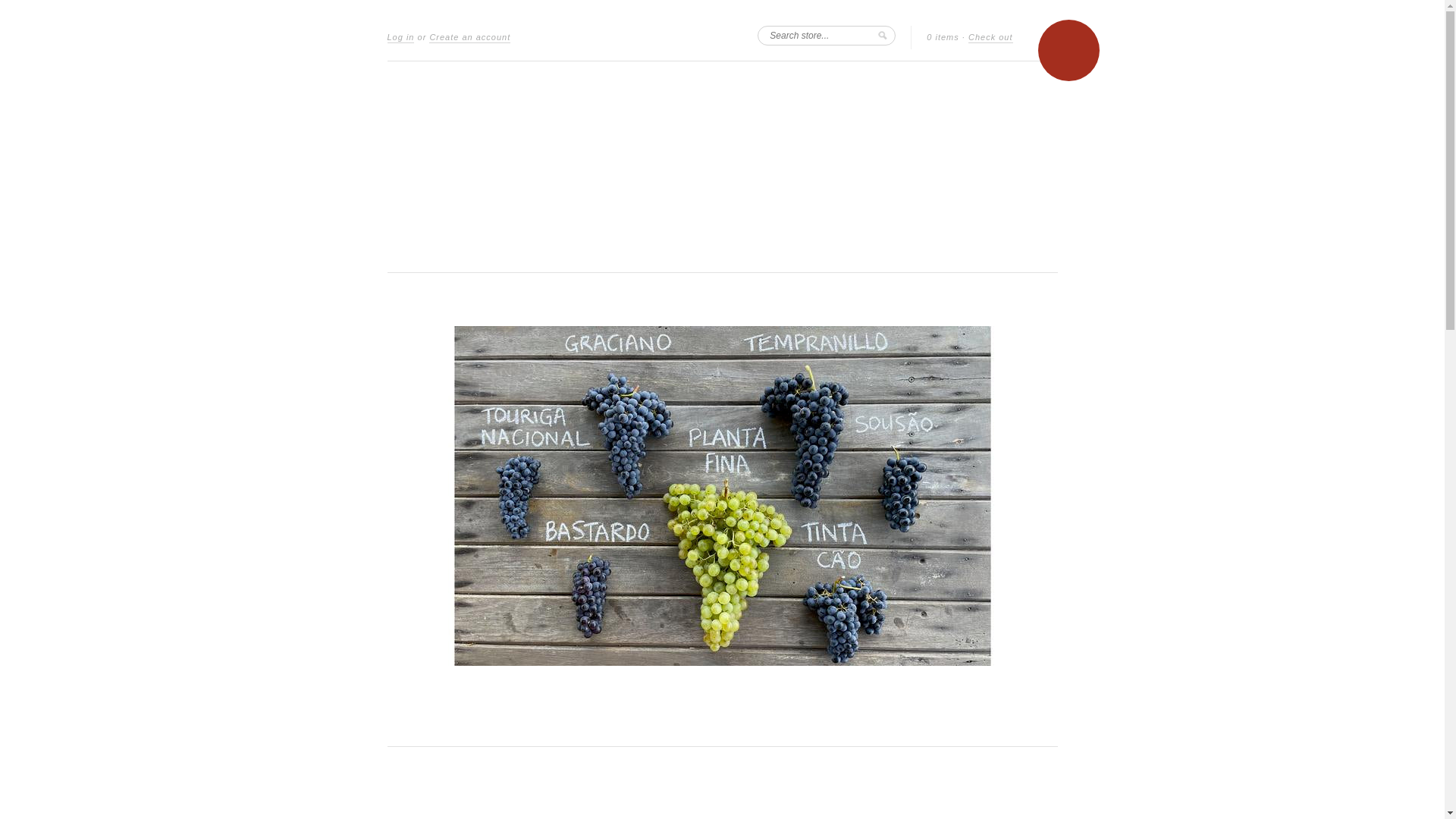 The height and width of the screenshot is (819, 1456). I want to click on 'Check out', so click(990, 37).